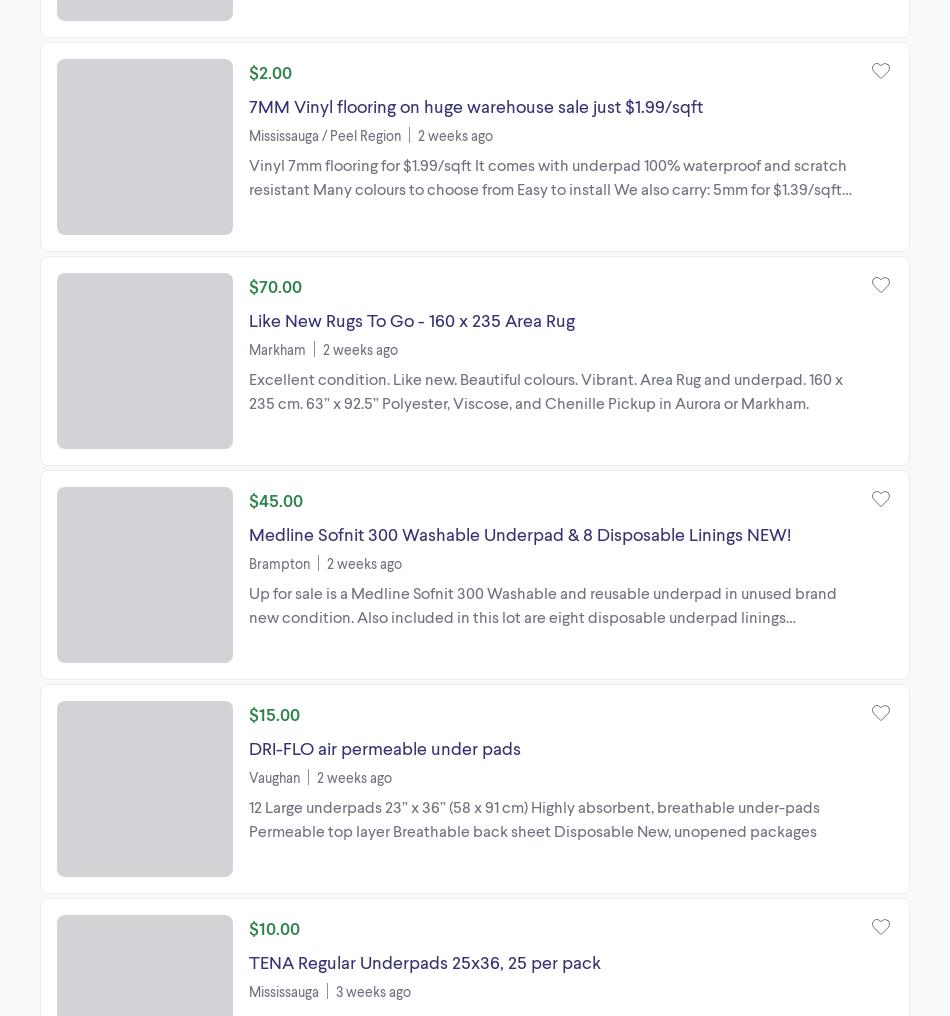  I want to click on 'DRI-FLO air permeable under pads', so click(384, 746).